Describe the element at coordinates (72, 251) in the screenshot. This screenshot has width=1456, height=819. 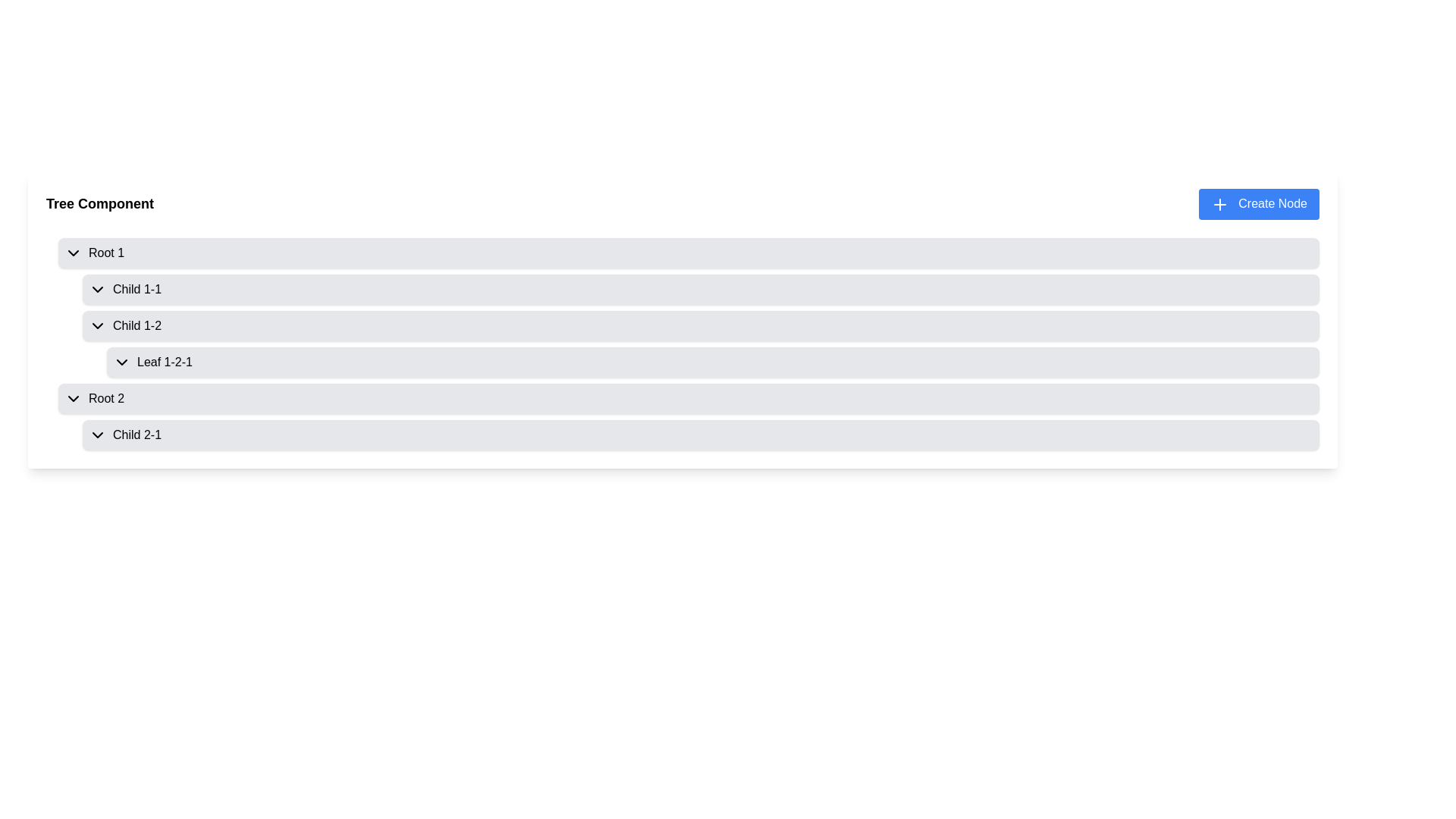
I see `the icon located at the top-left of the interface, which serves as a control for expanding the nested tree structure associated with 'Root 1'` at that location.